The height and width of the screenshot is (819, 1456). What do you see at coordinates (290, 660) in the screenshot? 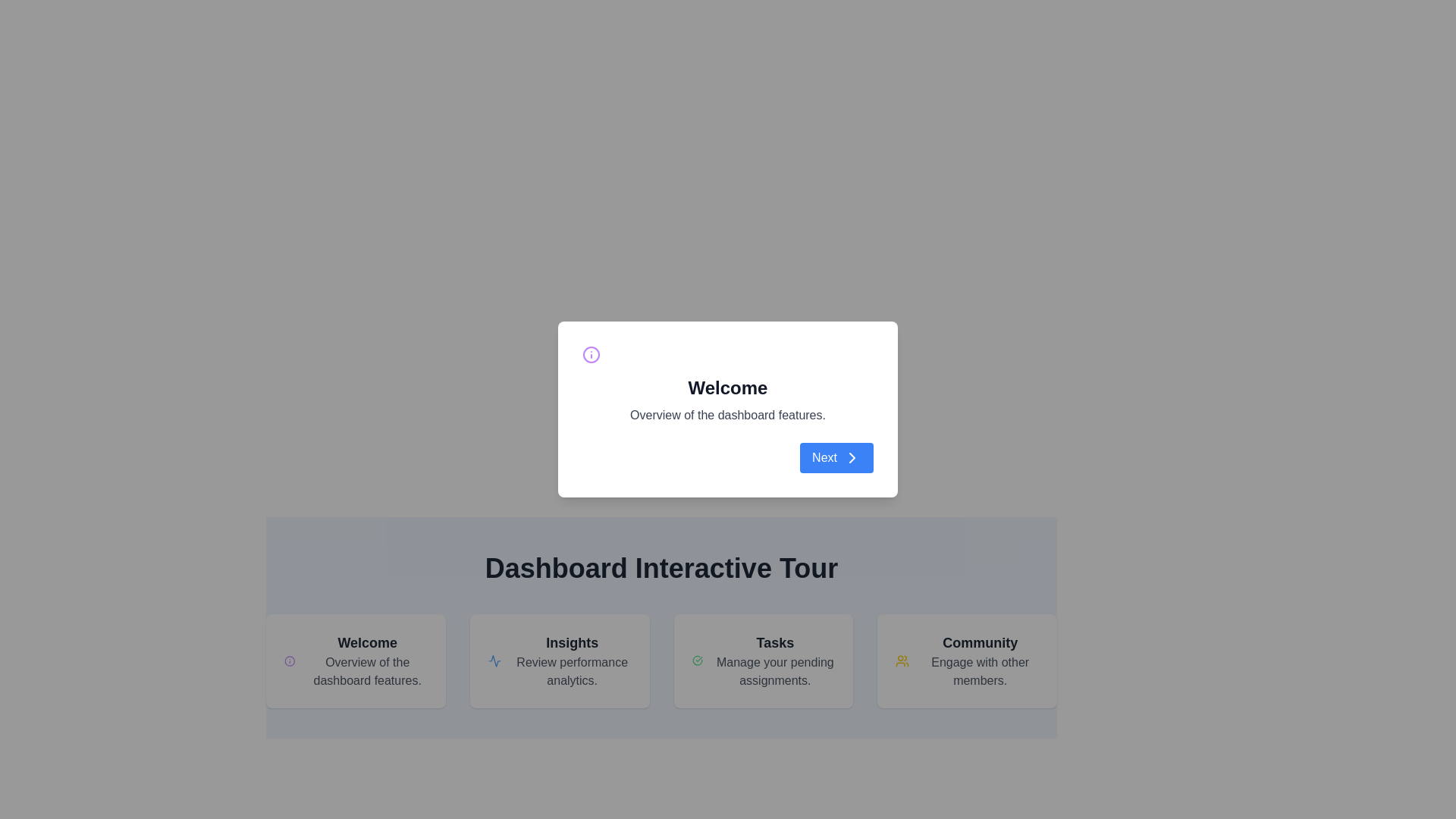
I see `purple circular icon containing an information symbol located to the left of the 'Welcome' title in the bottom-left panel of the lower card` at bounding box center [290, 660].